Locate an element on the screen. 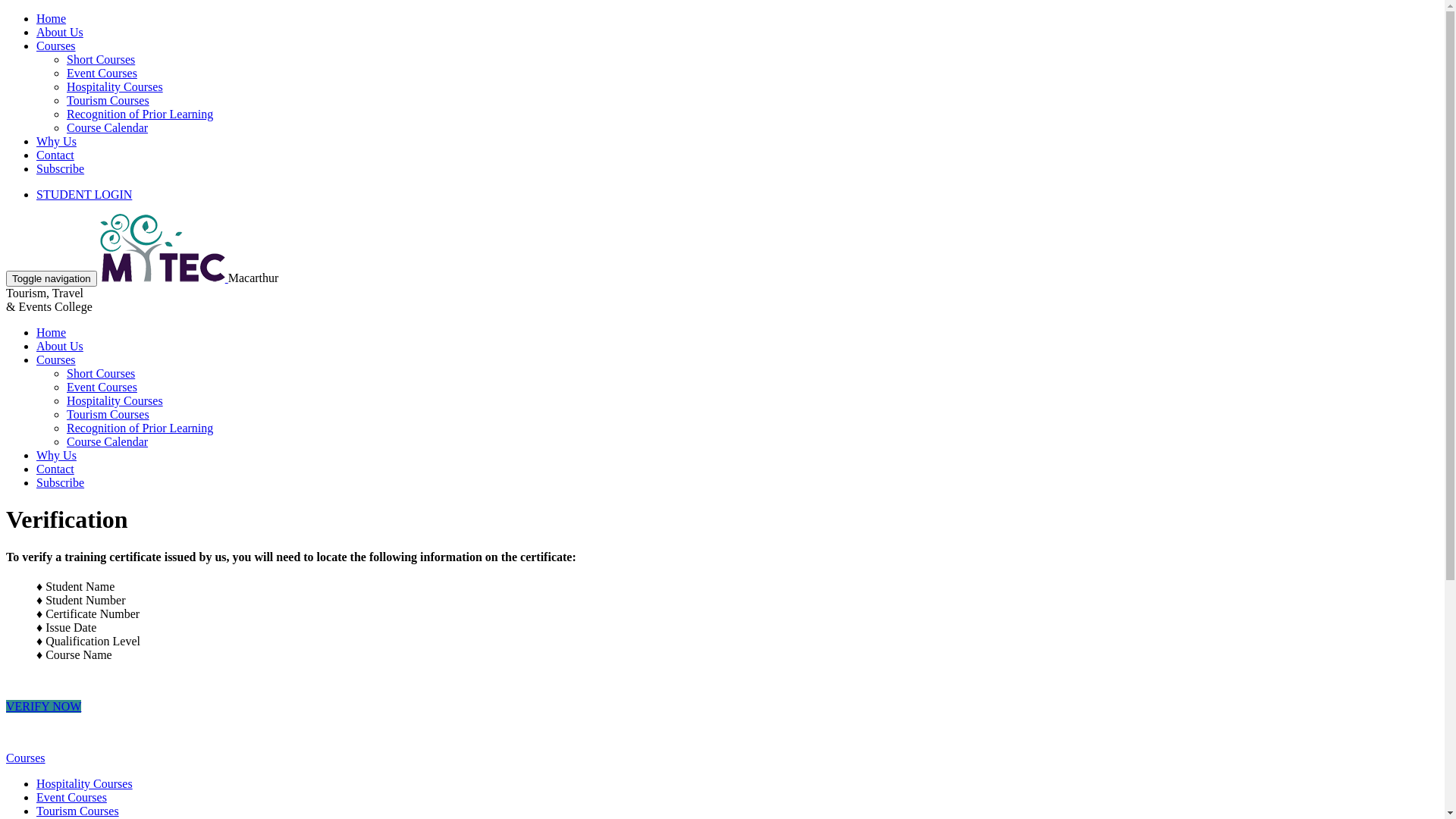 This screenshot has width=1456, height=819. 'Subscribe' is located at coordinates (60, 168).